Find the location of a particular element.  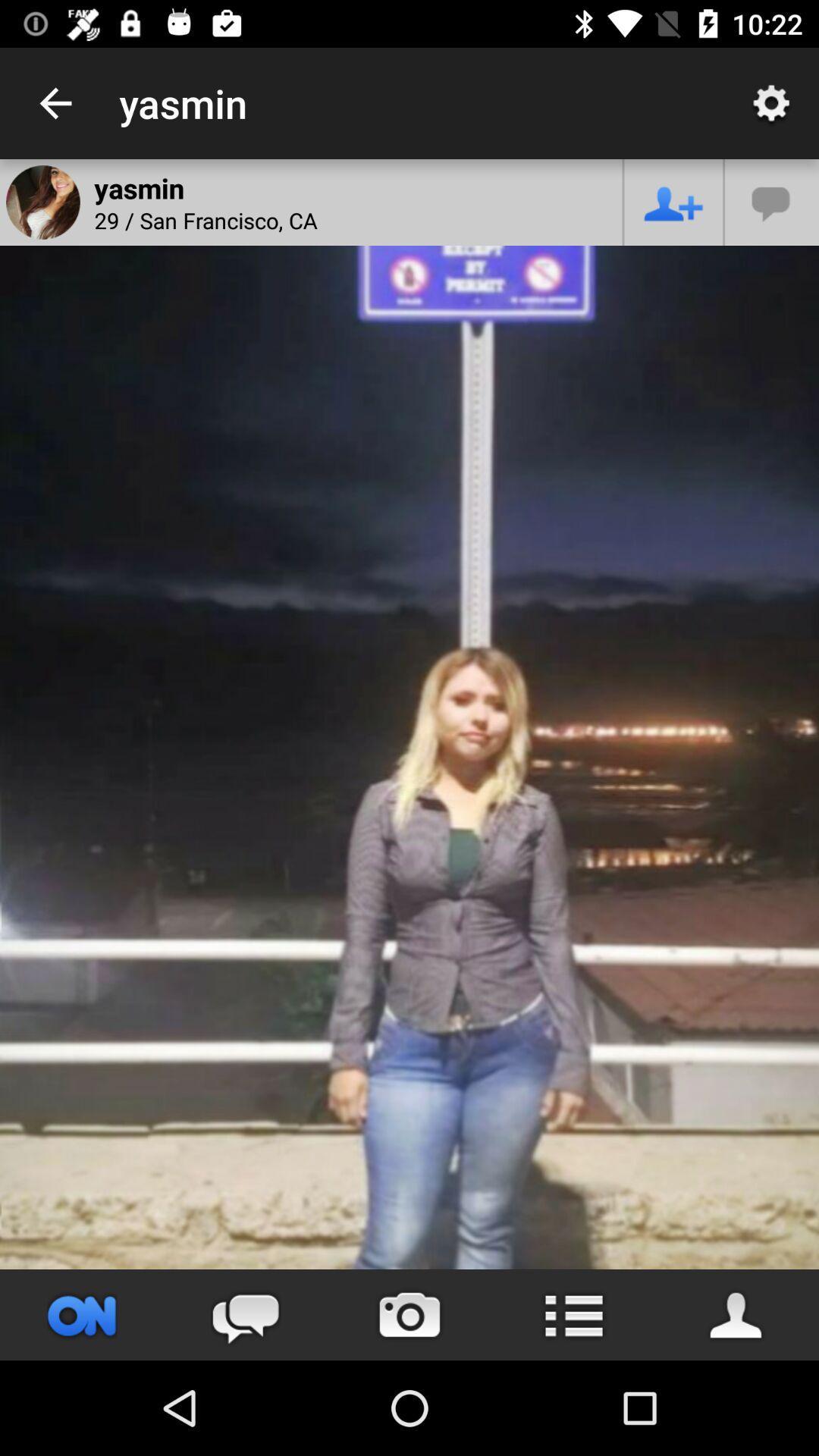

a comment is located at coordinates (772, 201).